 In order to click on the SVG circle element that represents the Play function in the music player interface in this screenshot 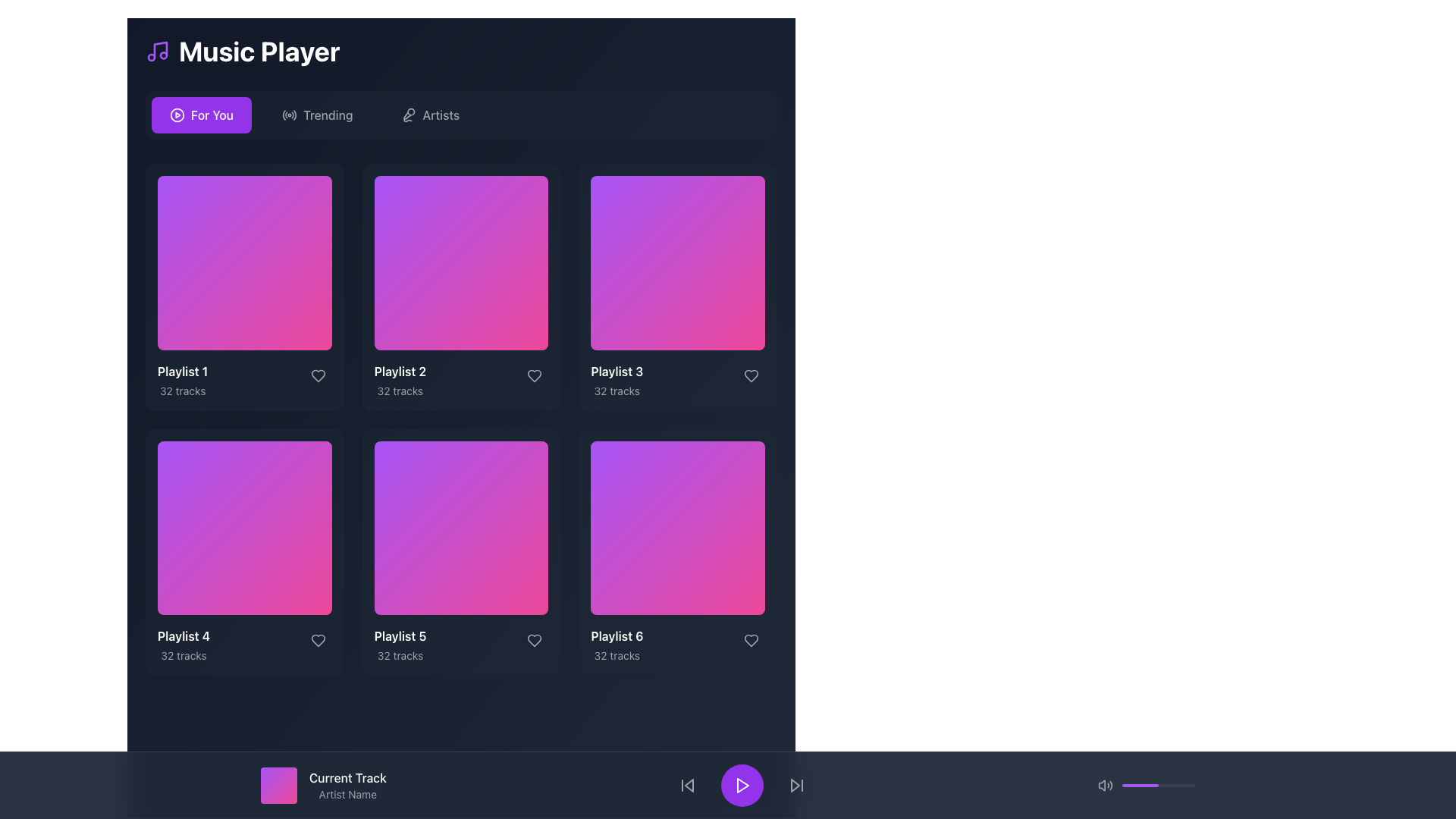, I will do `click(177, 114)`.